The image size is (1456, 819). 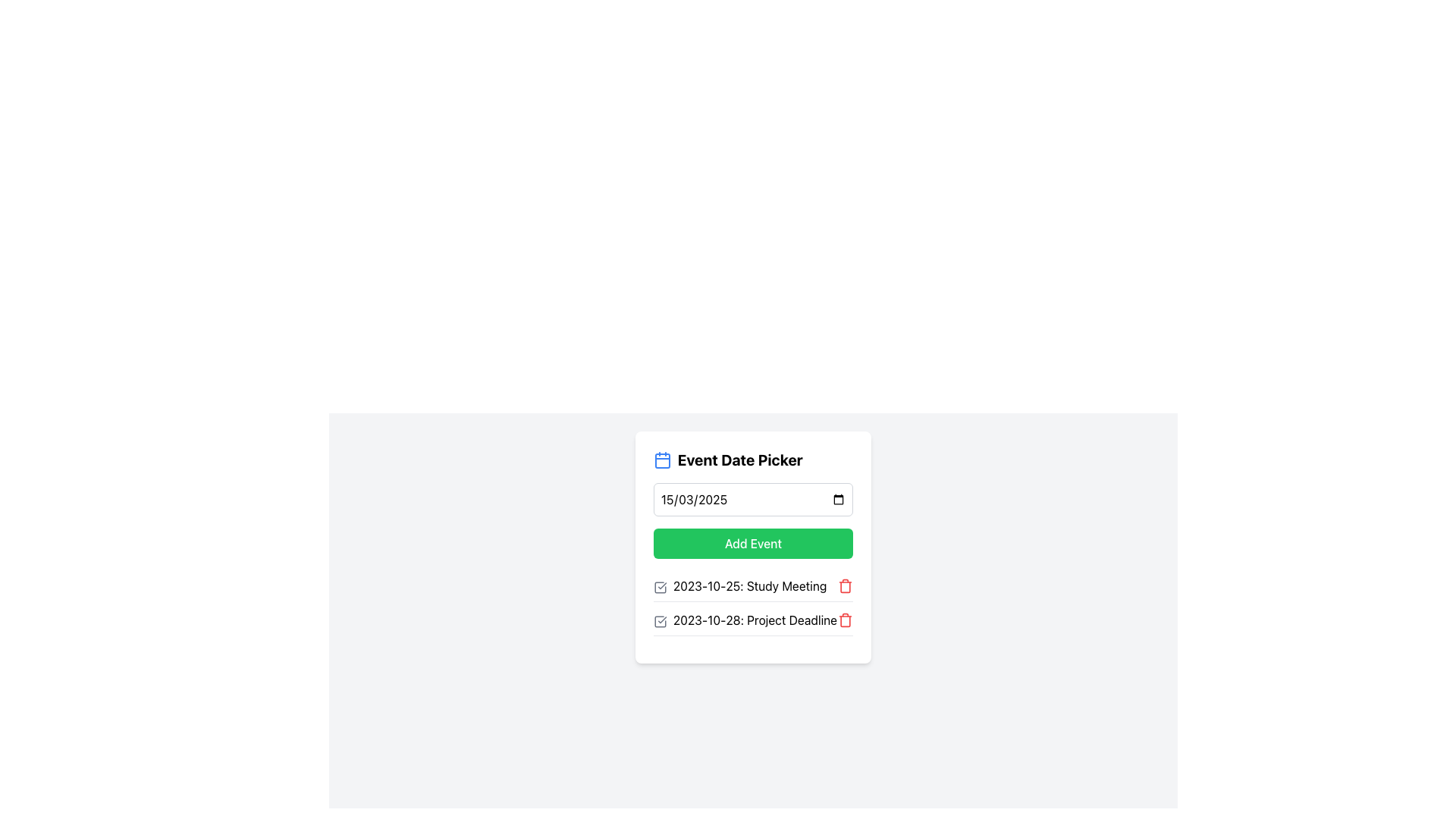 I want to click on the text label displaying the date '2023-10-25' and the event name 'Study Meeting', which is the first item in the event list area, positioned just below the 'Add Event' button, so click(x=753, y=588).